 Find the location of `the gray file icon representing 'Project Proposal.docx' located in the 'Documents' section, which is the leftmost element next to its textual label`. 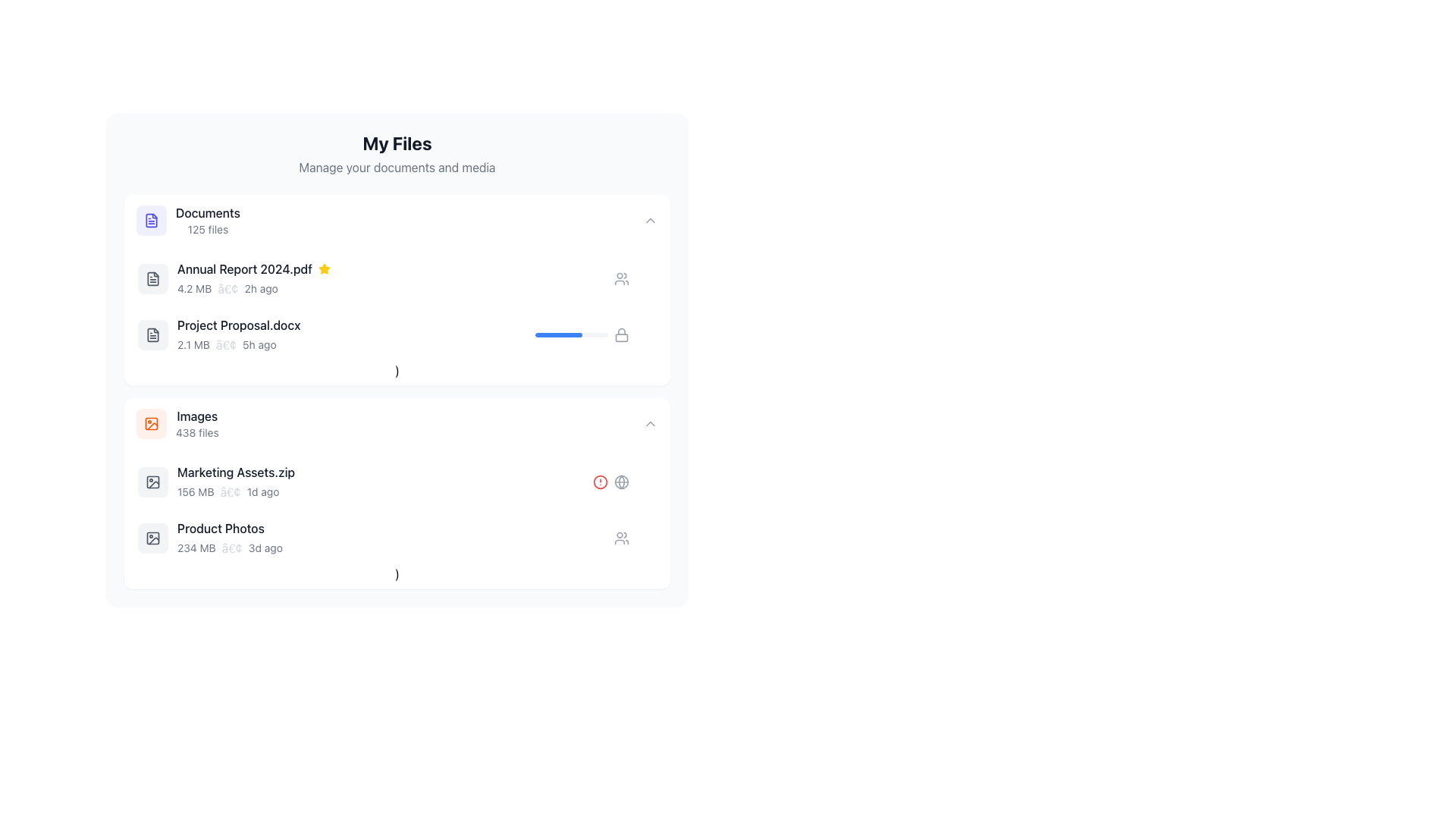

the gray file icon representing 'Project Proposal.docx' located in the 'Documents' section, which is the leftmost element next to its textual label is located at coordinates (152, 334).